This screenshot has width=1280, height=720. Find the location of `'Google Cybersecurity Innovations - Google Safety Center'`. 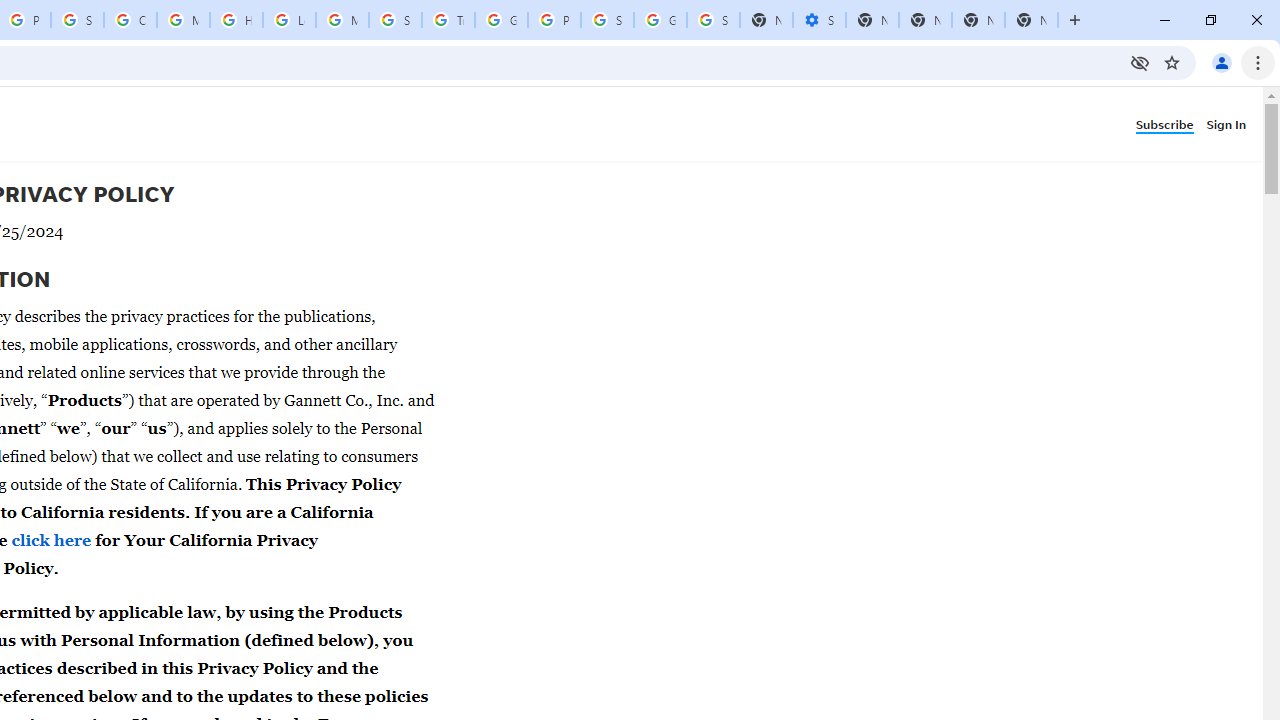

'Google Cybersecurity Innovations - Google Safety Center' is located at coordinates (660, 20).